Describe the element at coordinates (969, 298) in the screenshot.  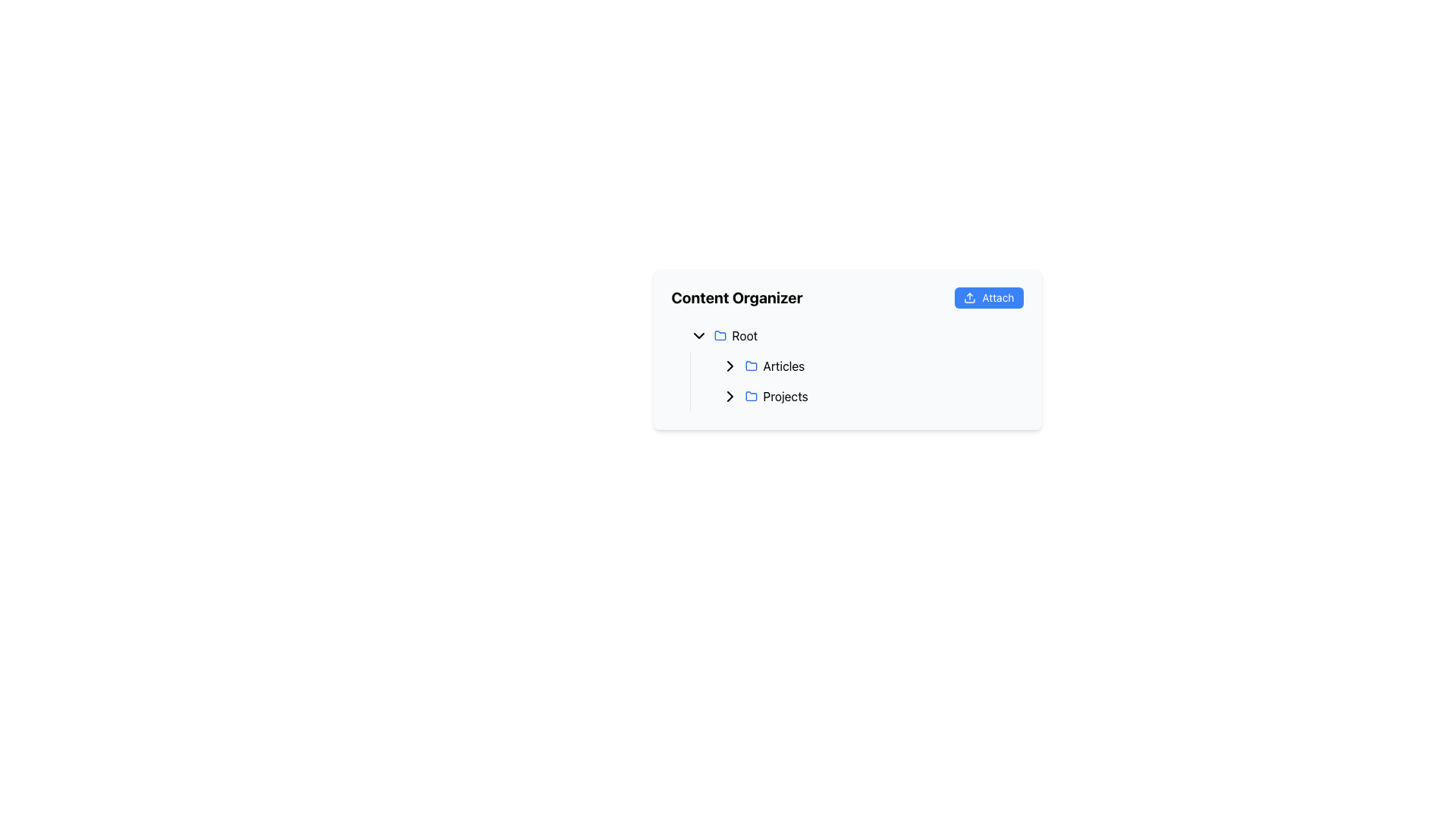
I see `the 'Attach' button by clicking on the upload icon located in the top-right corner of the content management interface` at that location.